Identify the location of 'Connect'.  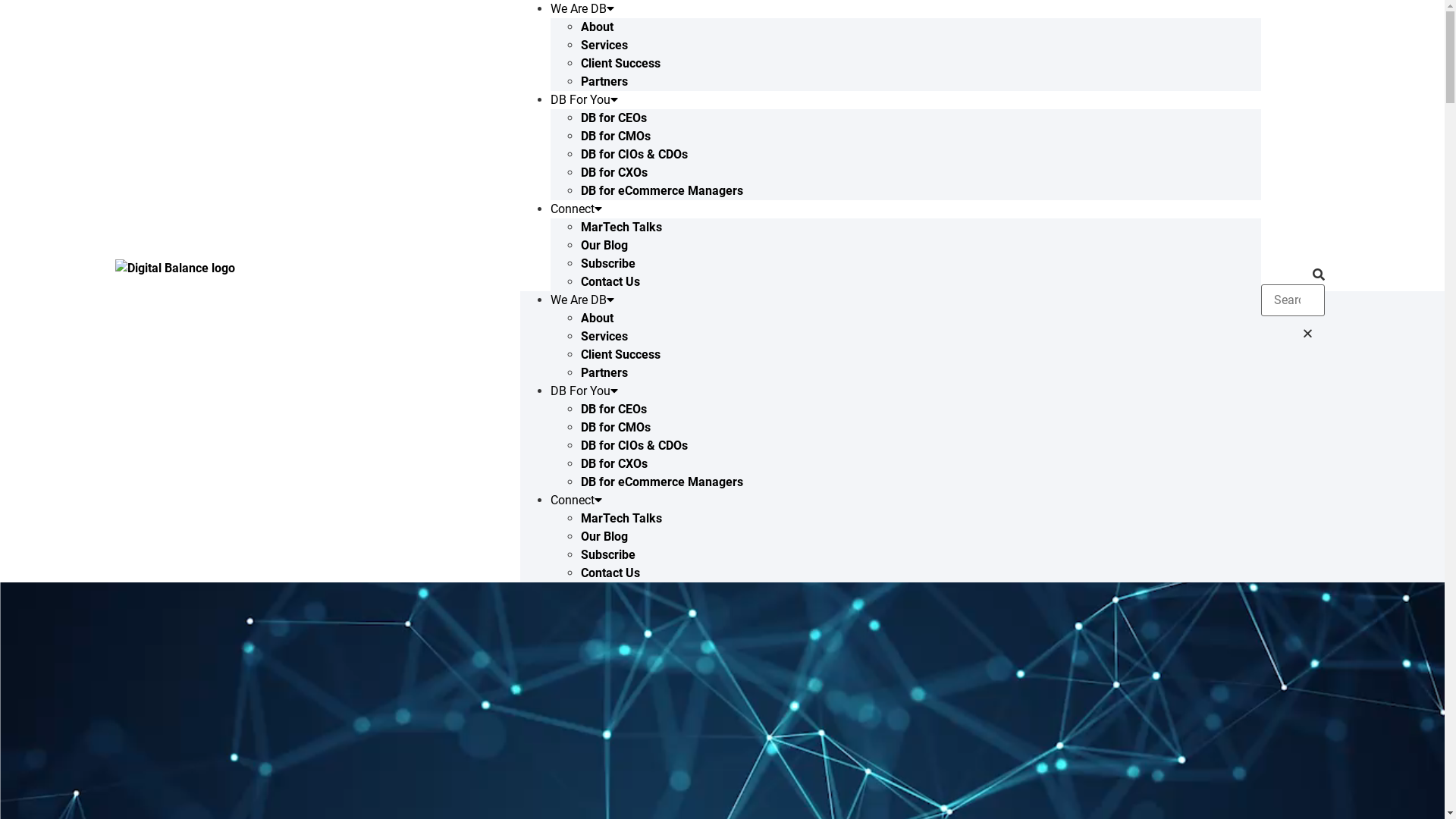
(575, 209).